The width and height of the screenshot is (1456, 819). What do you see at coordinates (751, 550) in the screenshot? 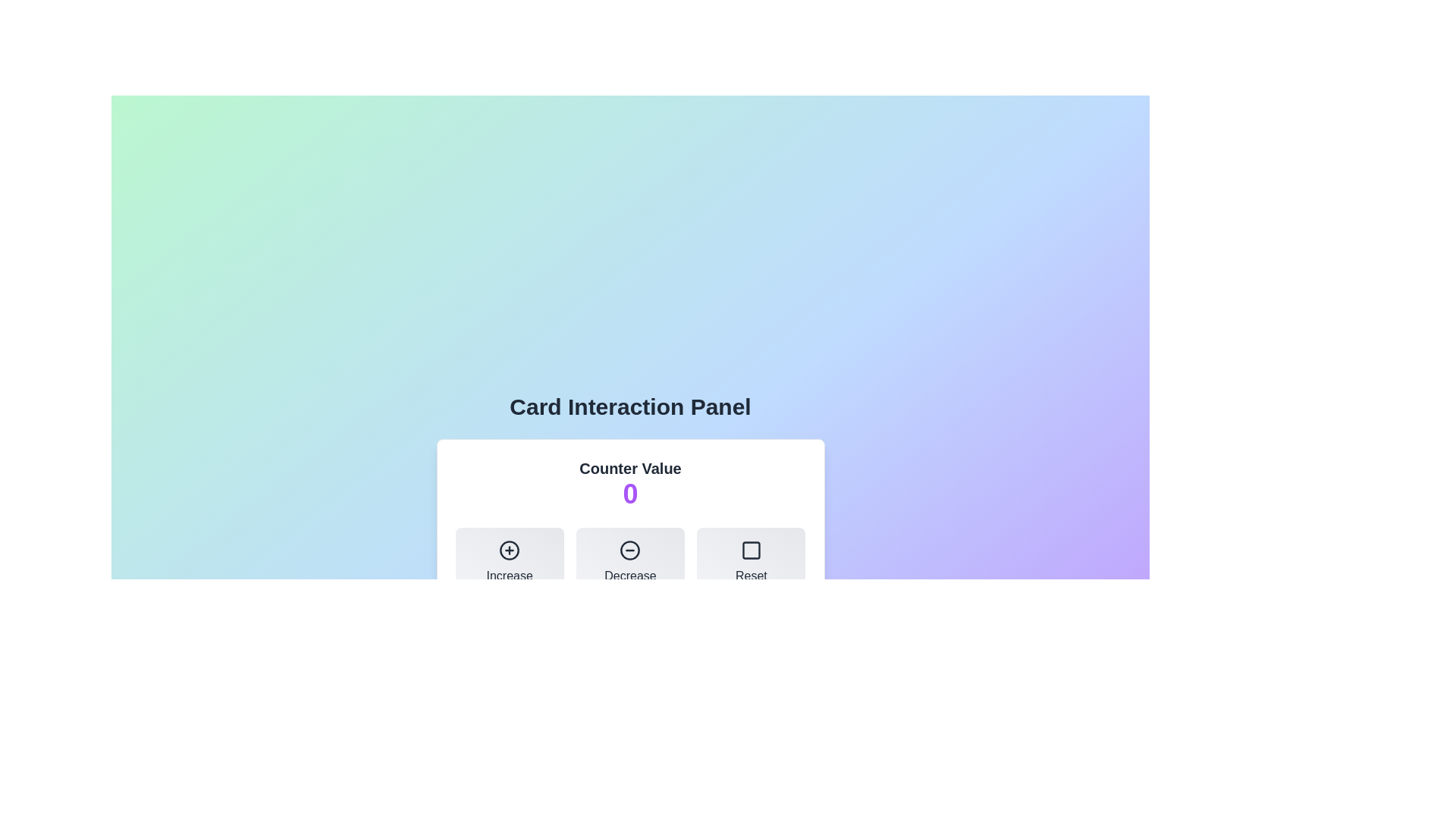
I see `the small, minimalistic square icon with rounded corners located within the 'Reset' button` at bounding box center [751, 550].